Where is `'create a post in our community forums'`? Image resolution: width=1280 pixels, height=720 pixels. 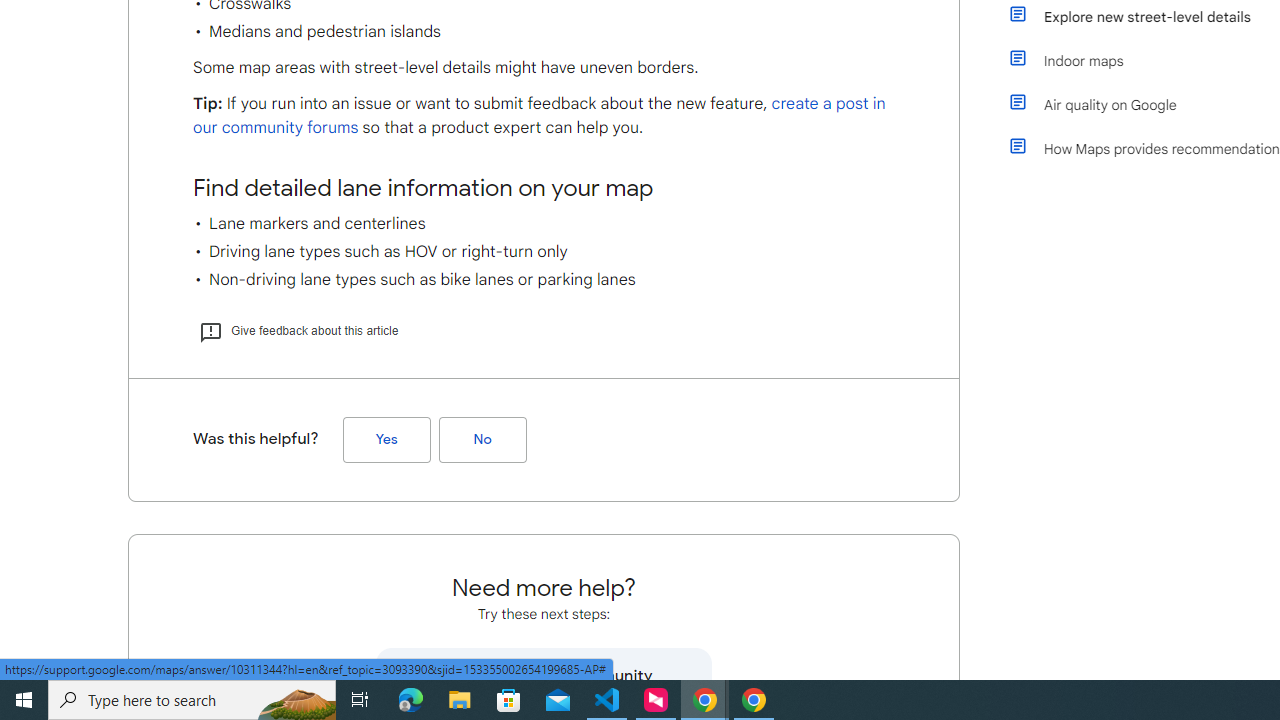 'create a post in our community forums' is located at coordinates (539, 116).